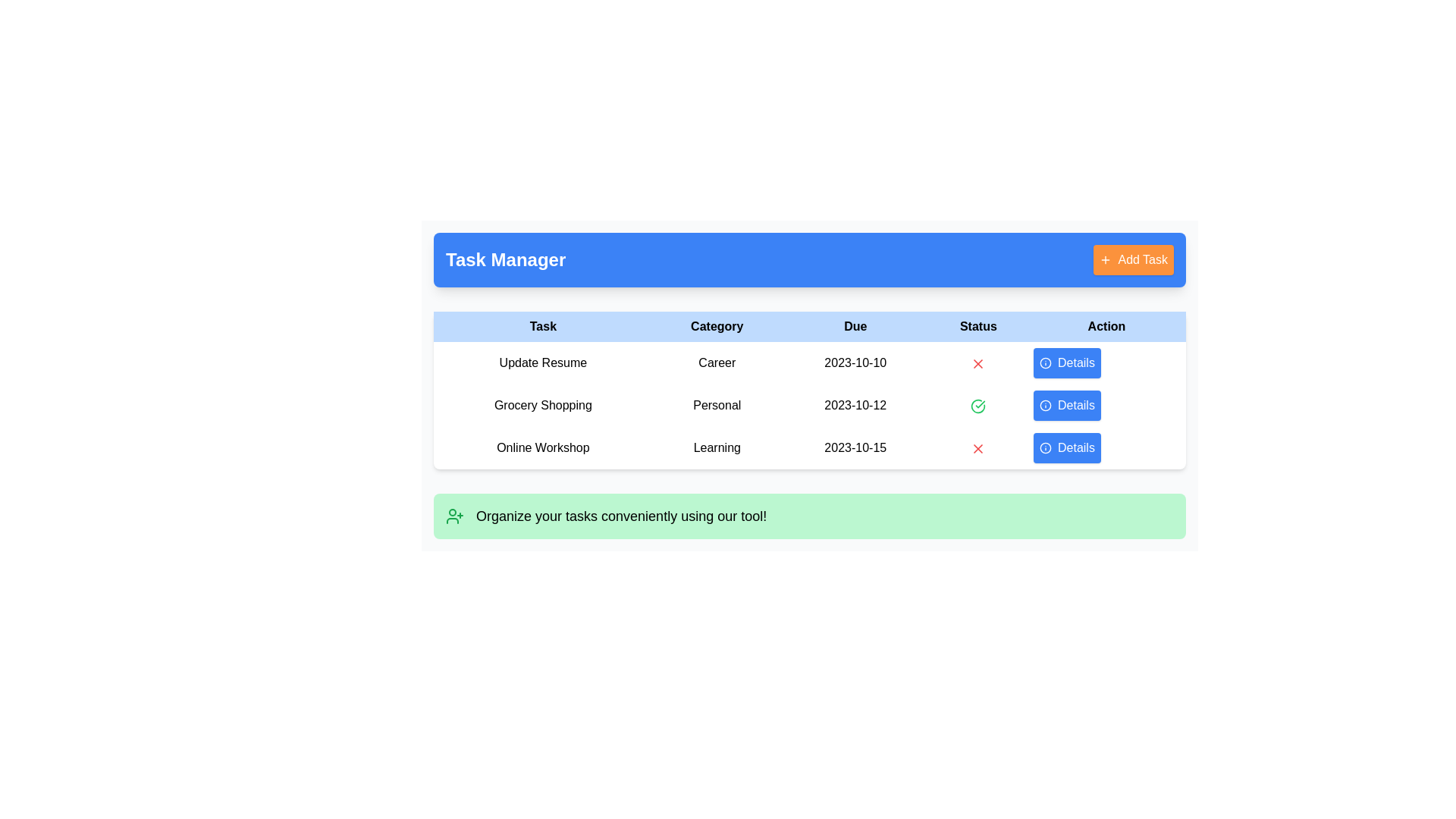  What do you see at coordinates (543, 405) in the screenshot?
I see `the text label displaying 'Grocery Shopping' in black font, located in the second row of the task list under the 'Task' column` at bounding box center [543, 405].